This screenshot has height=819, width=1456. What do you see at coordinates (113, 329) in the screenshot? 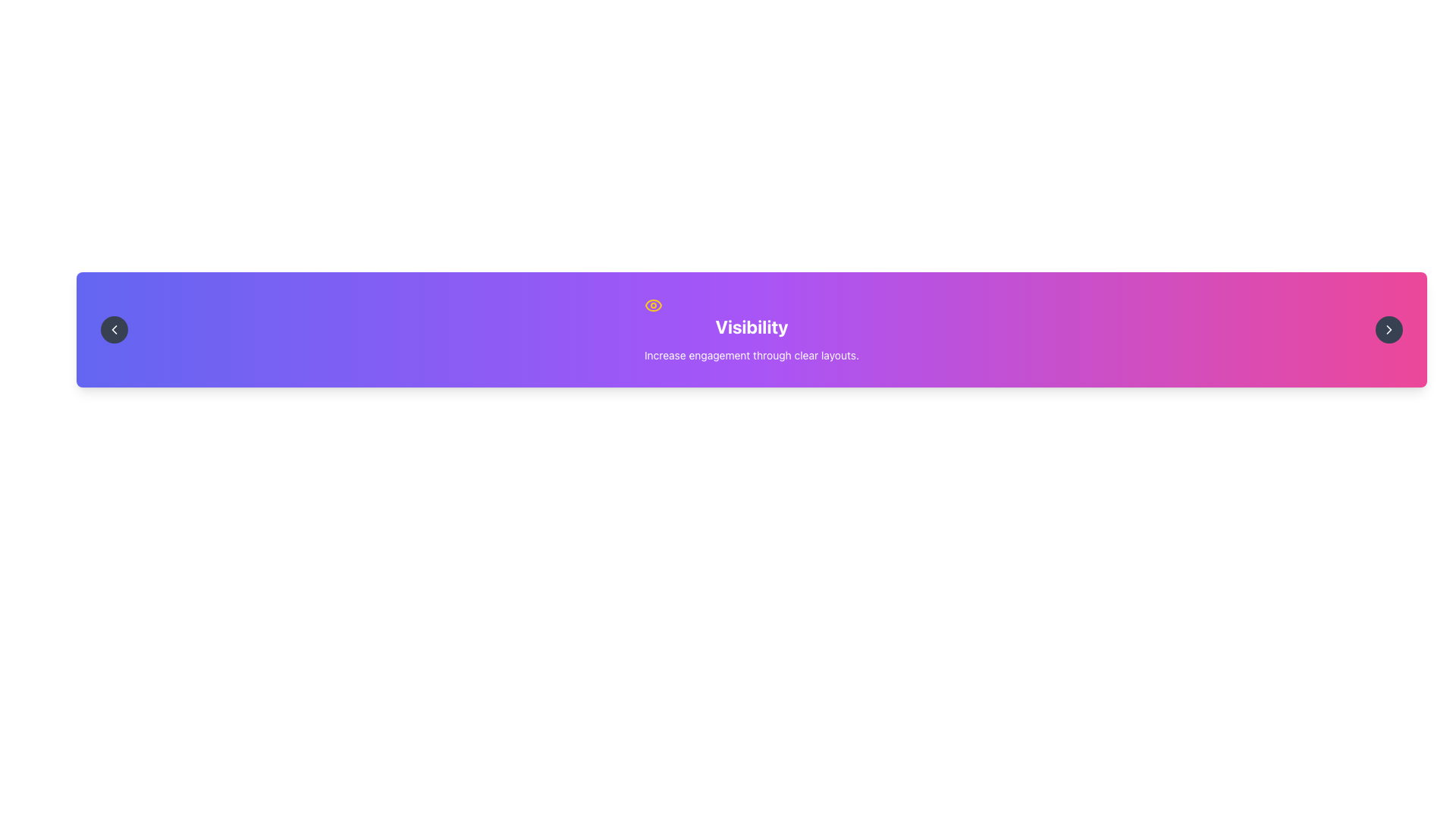
I see `the circular button with a dark gray background and white leftward chevron icon` at bounding box center [113, 329].